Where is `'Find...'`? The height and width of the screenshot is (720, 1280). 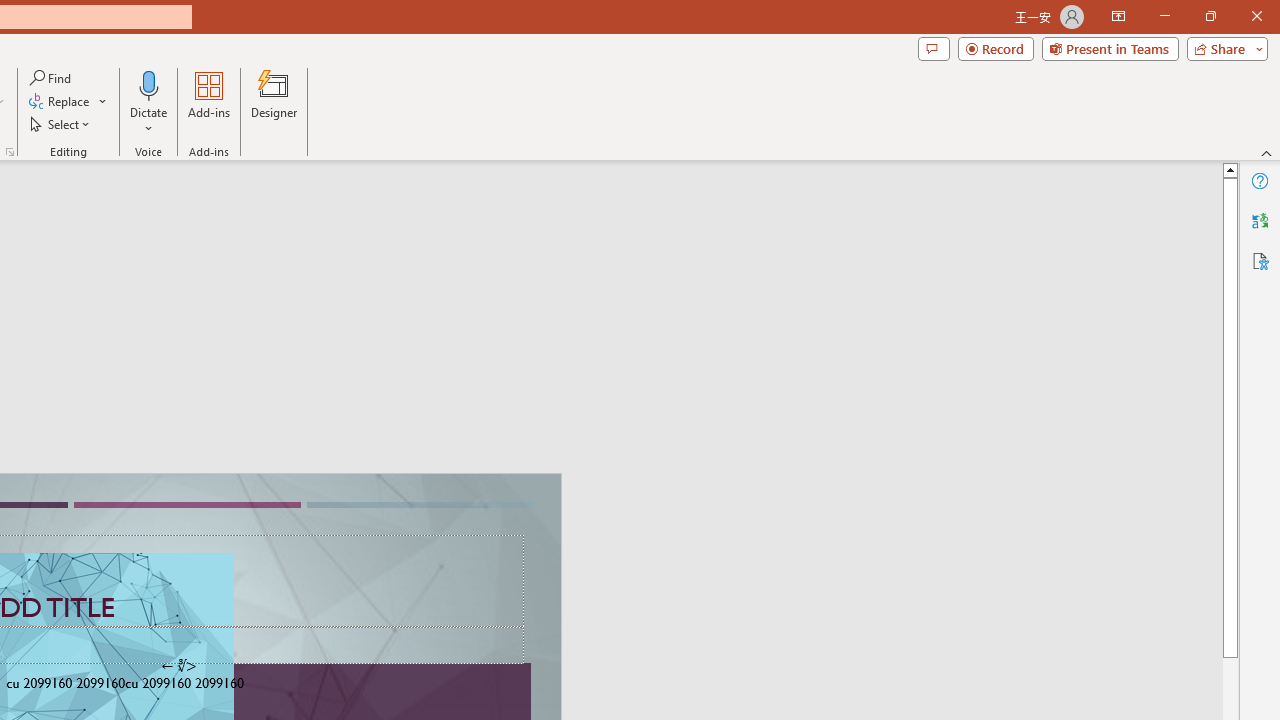
'Find...' is located at coordinates (51, 77).